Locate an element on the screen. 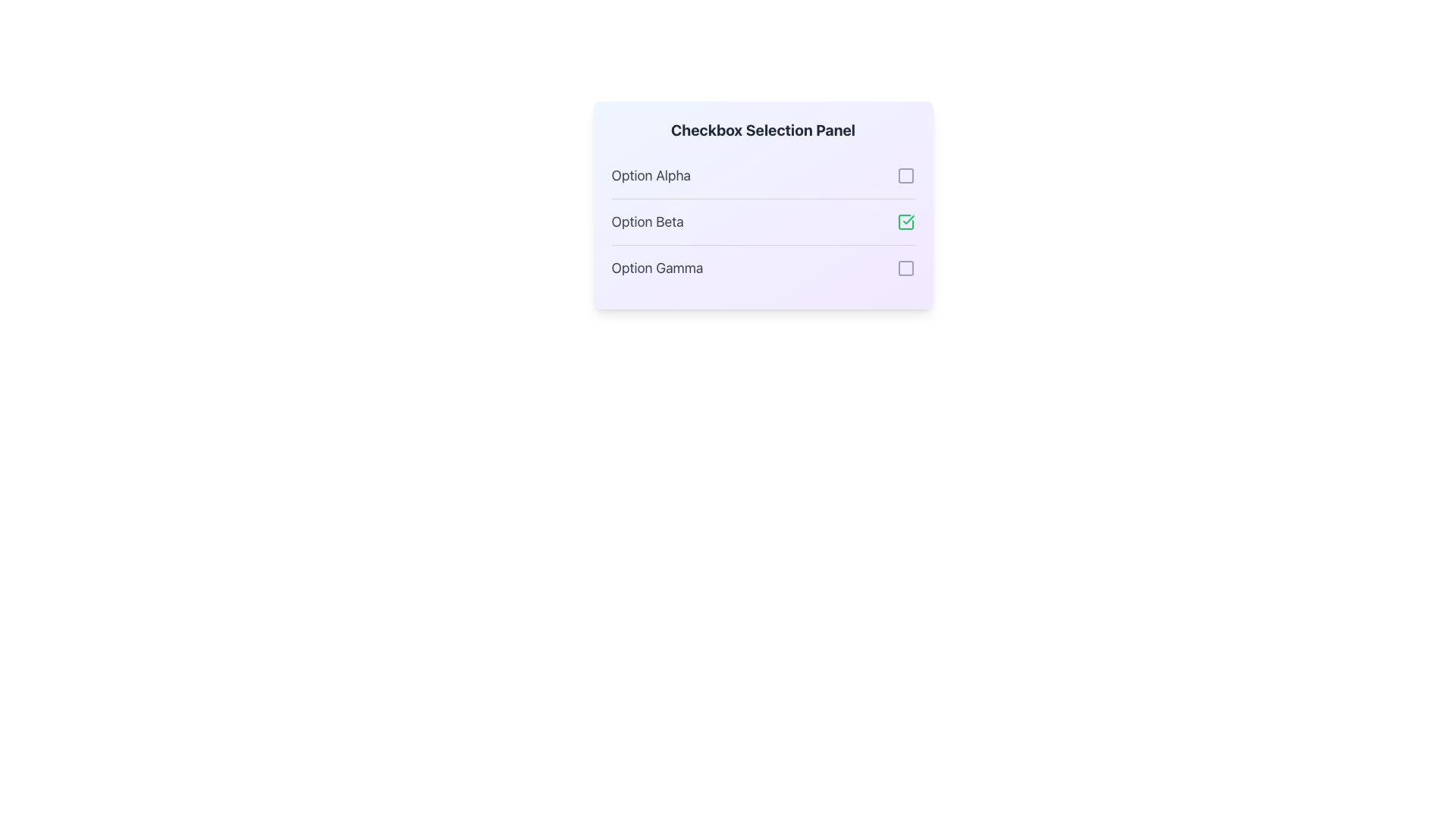  the interactive toggle checkbox for 'Option Gamma' is located at coordinates (905, 268).